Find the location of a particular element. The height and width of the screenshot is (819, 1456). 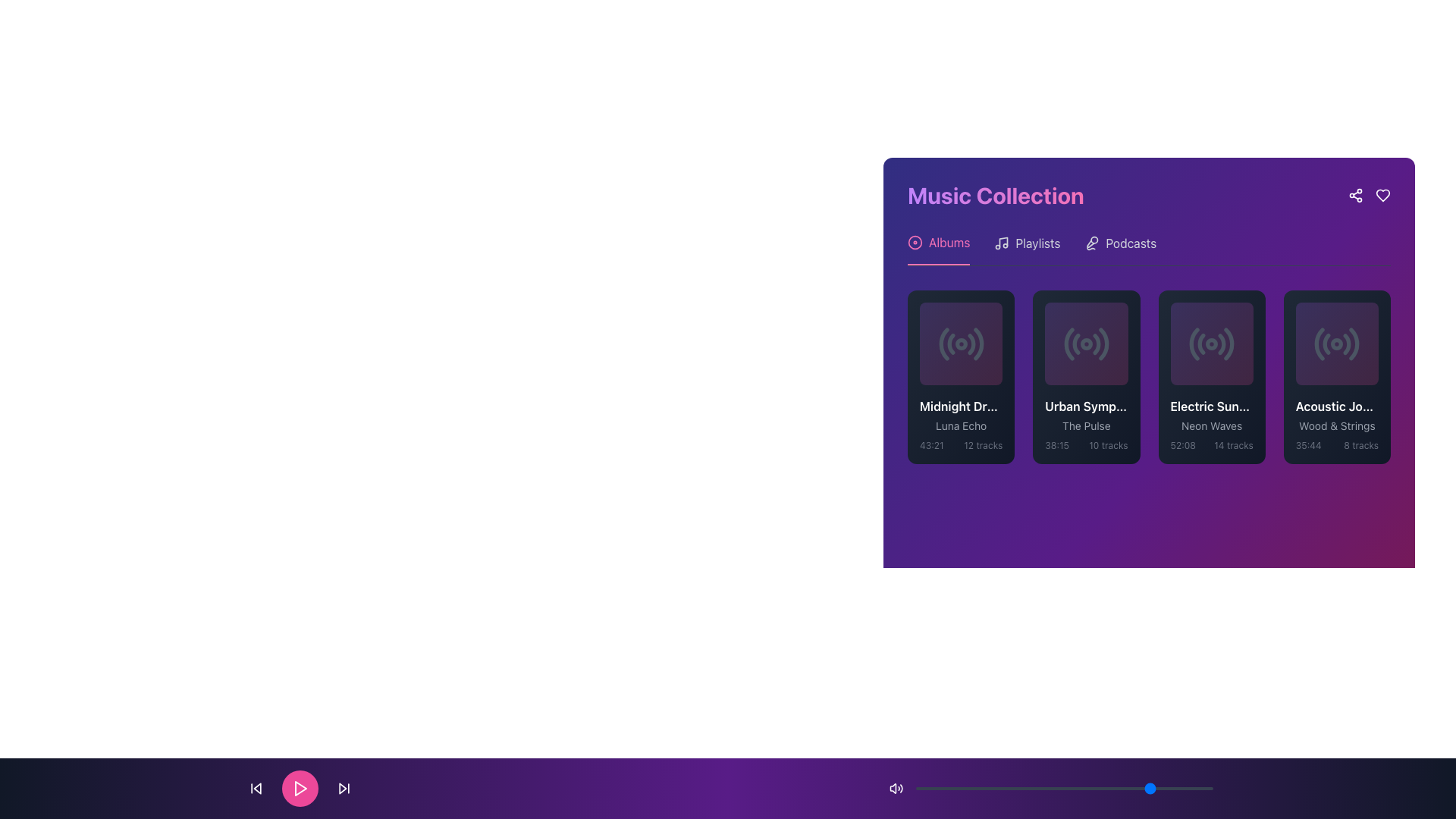

the text label displaying '35:44' in the bottom-left corner of the 'Acoustic Journey' card within the 'Albums' section is located at coordinates (1307, 445).